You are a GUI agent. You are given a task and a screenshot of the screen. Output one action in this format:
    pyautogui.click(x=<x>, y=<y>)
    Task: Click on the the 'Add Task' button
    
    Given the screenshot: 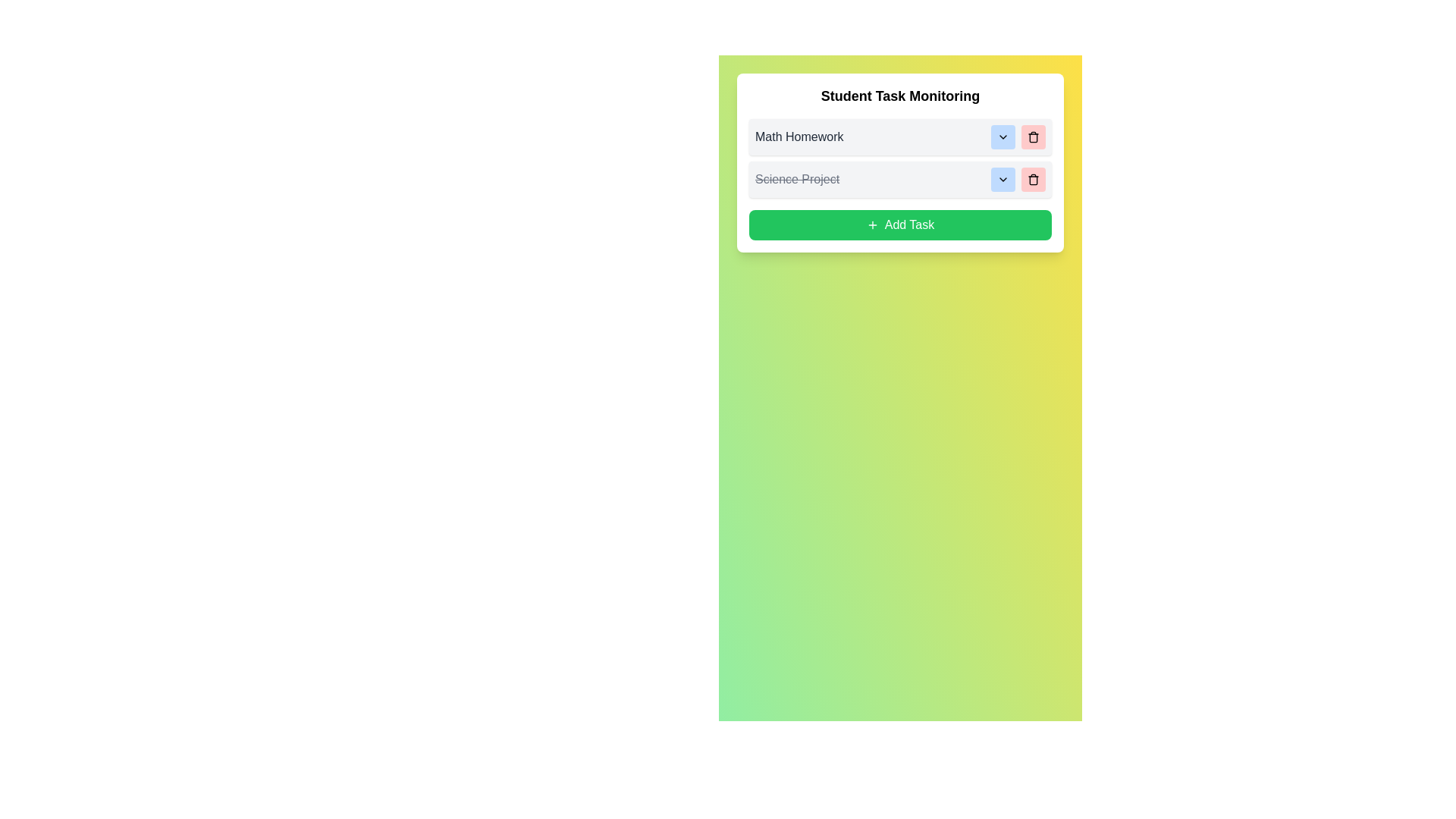 What is the action you would take?
    pyautogui.click(x=872, y=225)
    